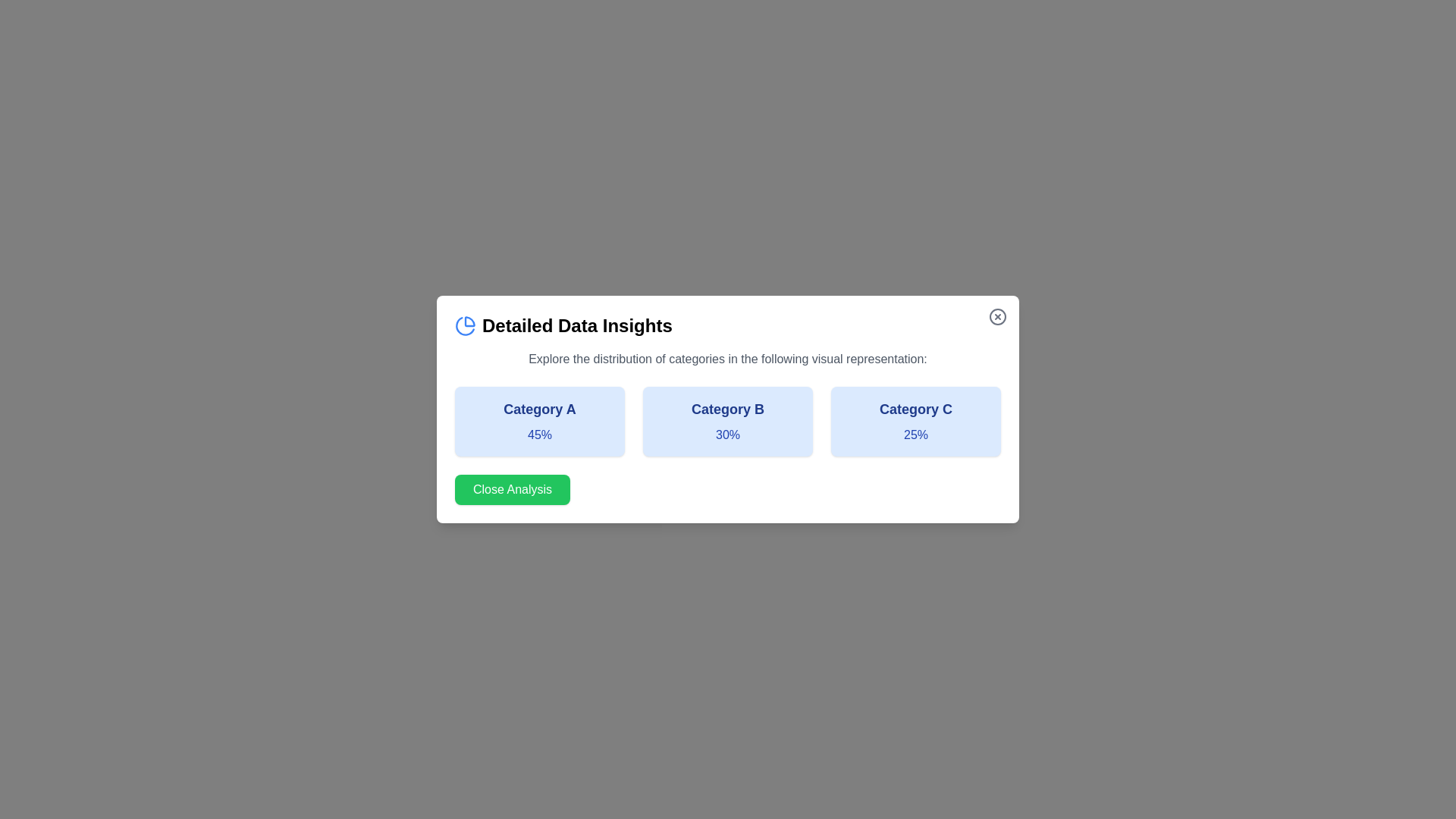 This screenshot has width=1456, height=819. What do you see at coordinates (728, 359) in the screenshot?
I see `the Text Description element which is centrally positioned underneath the bolded title 'Detailed Data Insights'` at bounding box center [728, 359].